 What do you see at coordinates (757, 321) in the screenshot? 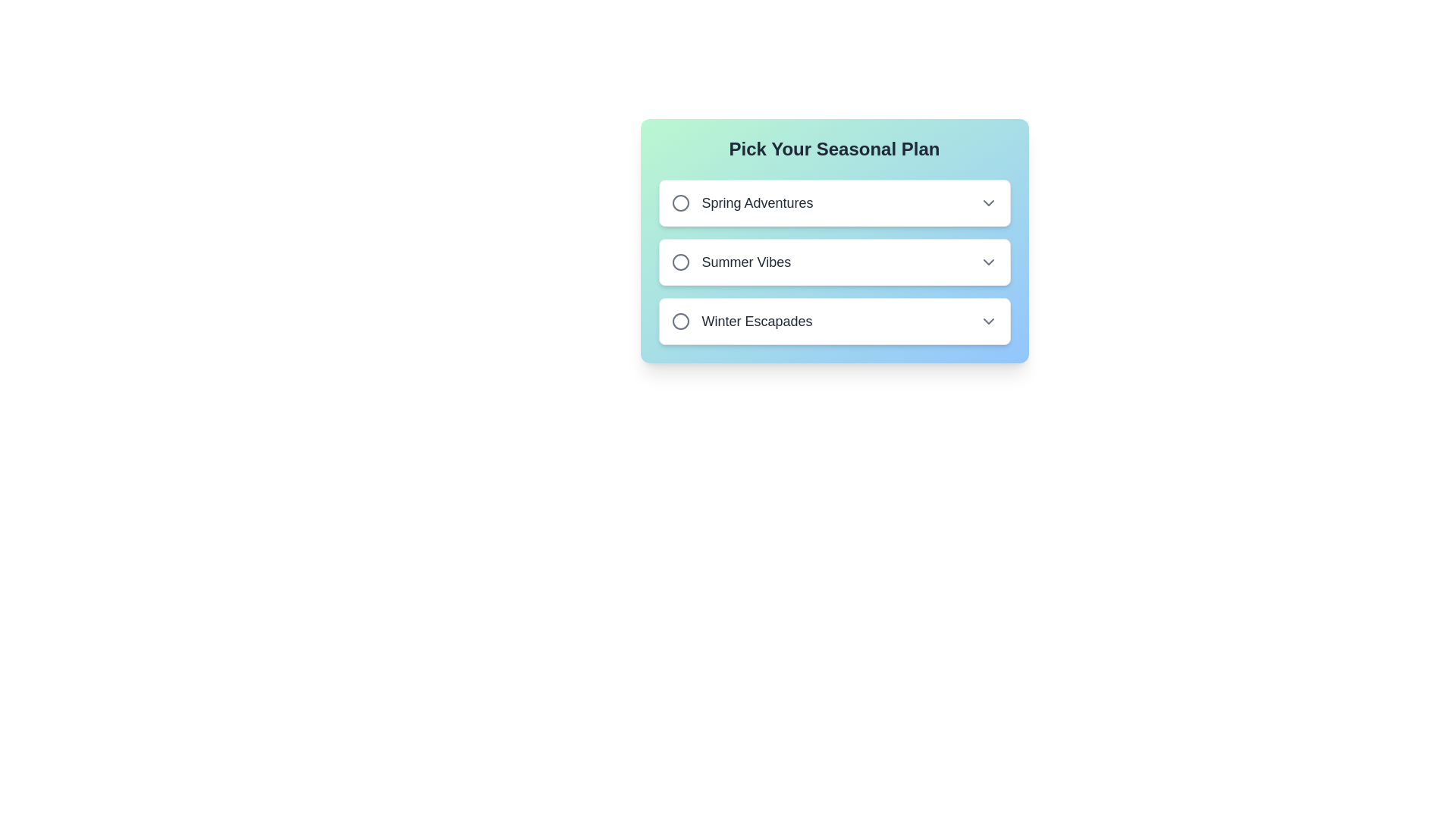
I see `the text label reading 'Winter Escapades', which is the third item in the vertical list under 'Pick Your Seasonal Plan', below 'Summer Vibes'` at bounding box center [757, 321].